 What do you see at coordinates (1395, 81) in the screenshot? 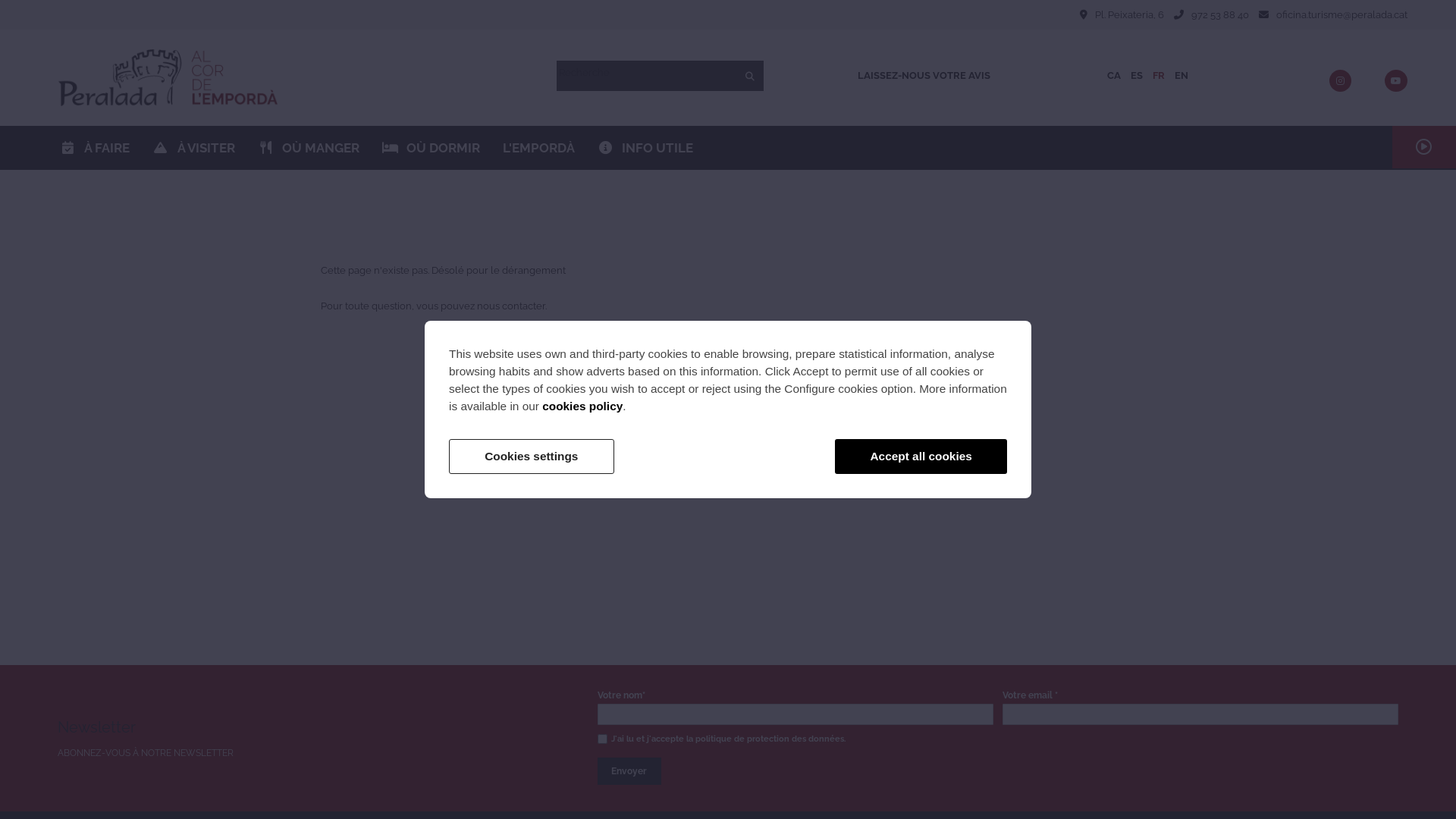
I see `'Youtube Ajuntament de Peralada'` at bounding box center [1395, 81].